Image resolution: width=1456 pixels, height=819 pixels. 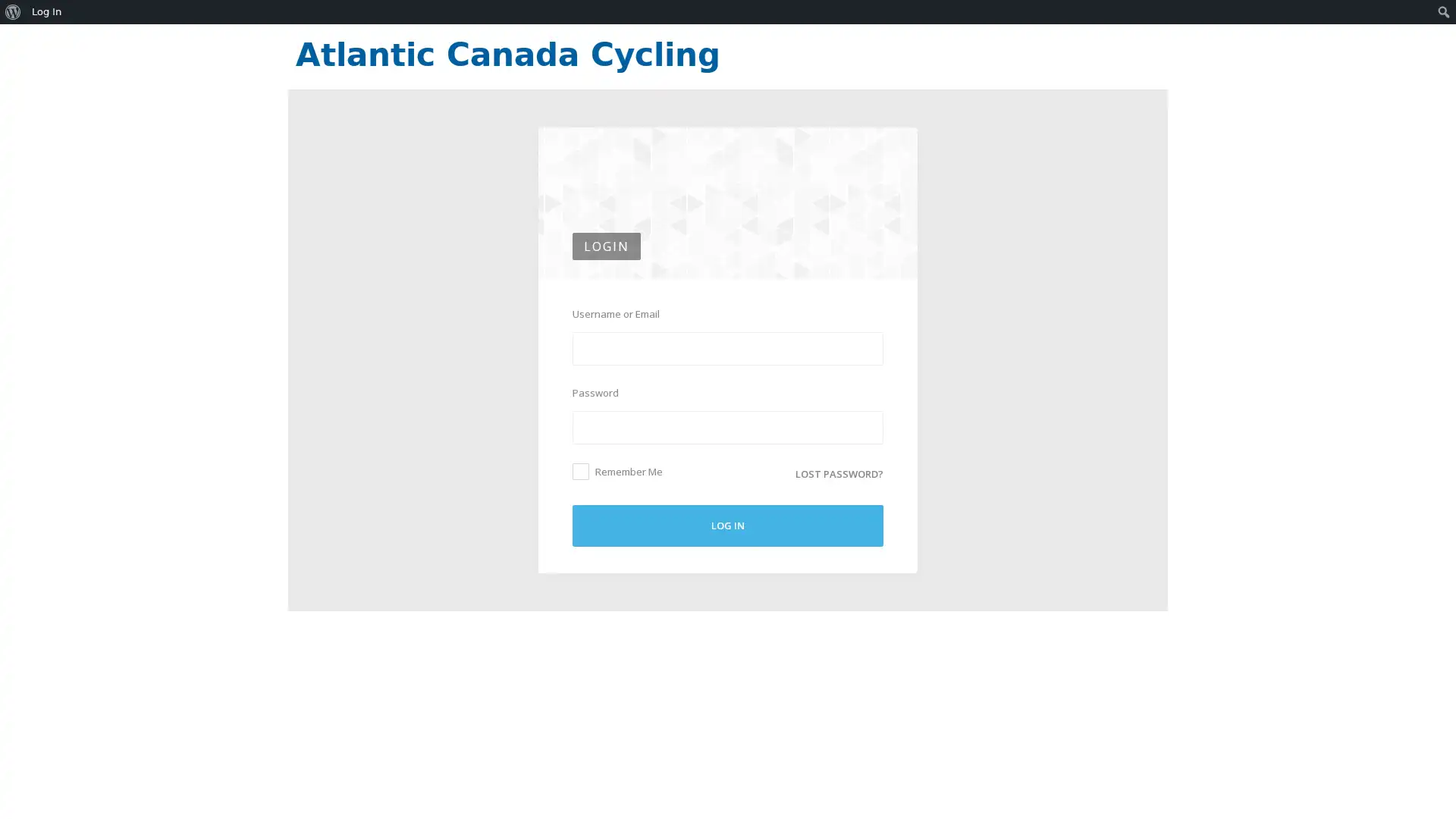 I want to click on LOG IN, so click(x=728, y=525).